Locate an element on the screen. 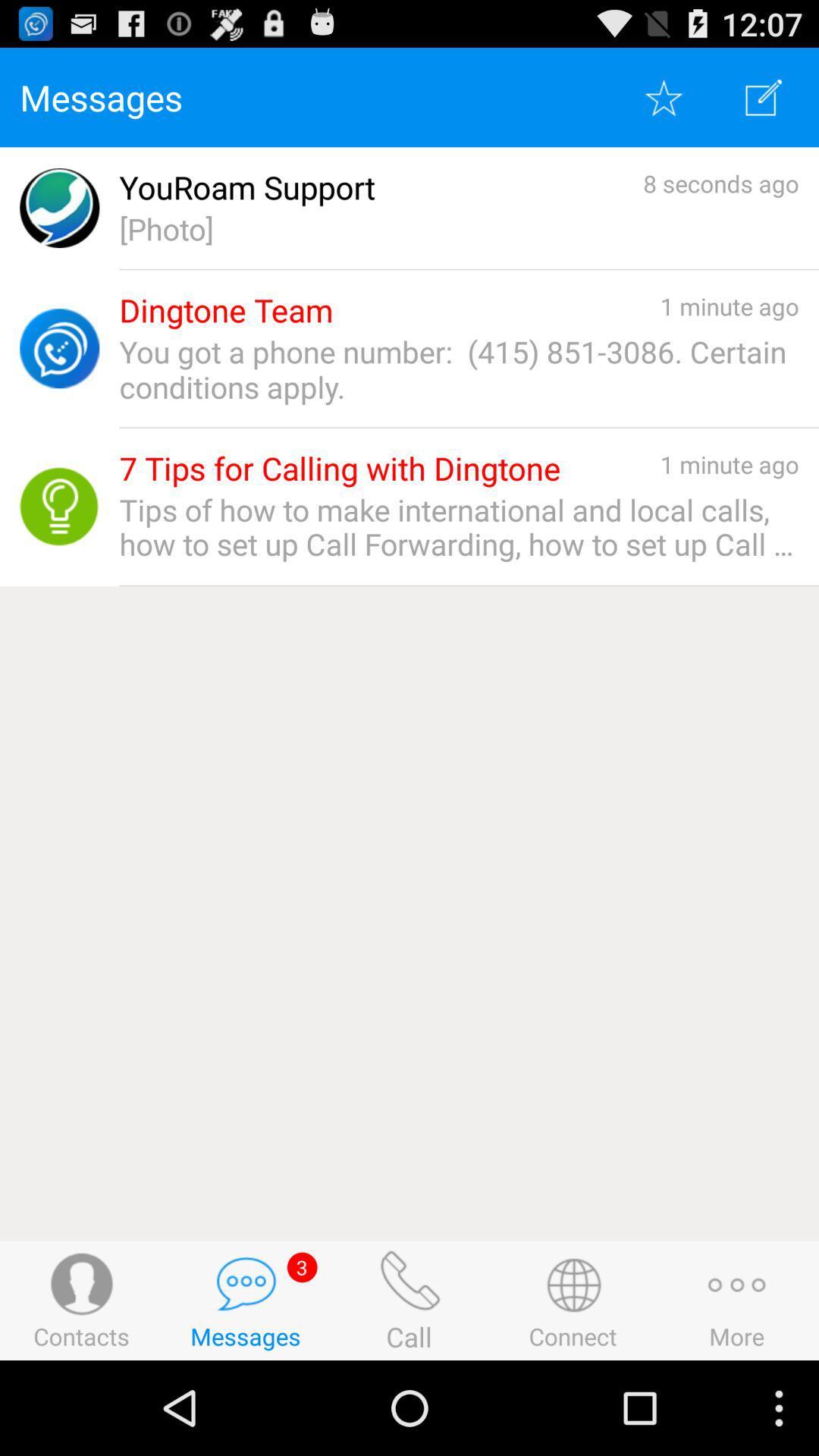  icon below the 7 tips for item is located at coordinates (458, 527).